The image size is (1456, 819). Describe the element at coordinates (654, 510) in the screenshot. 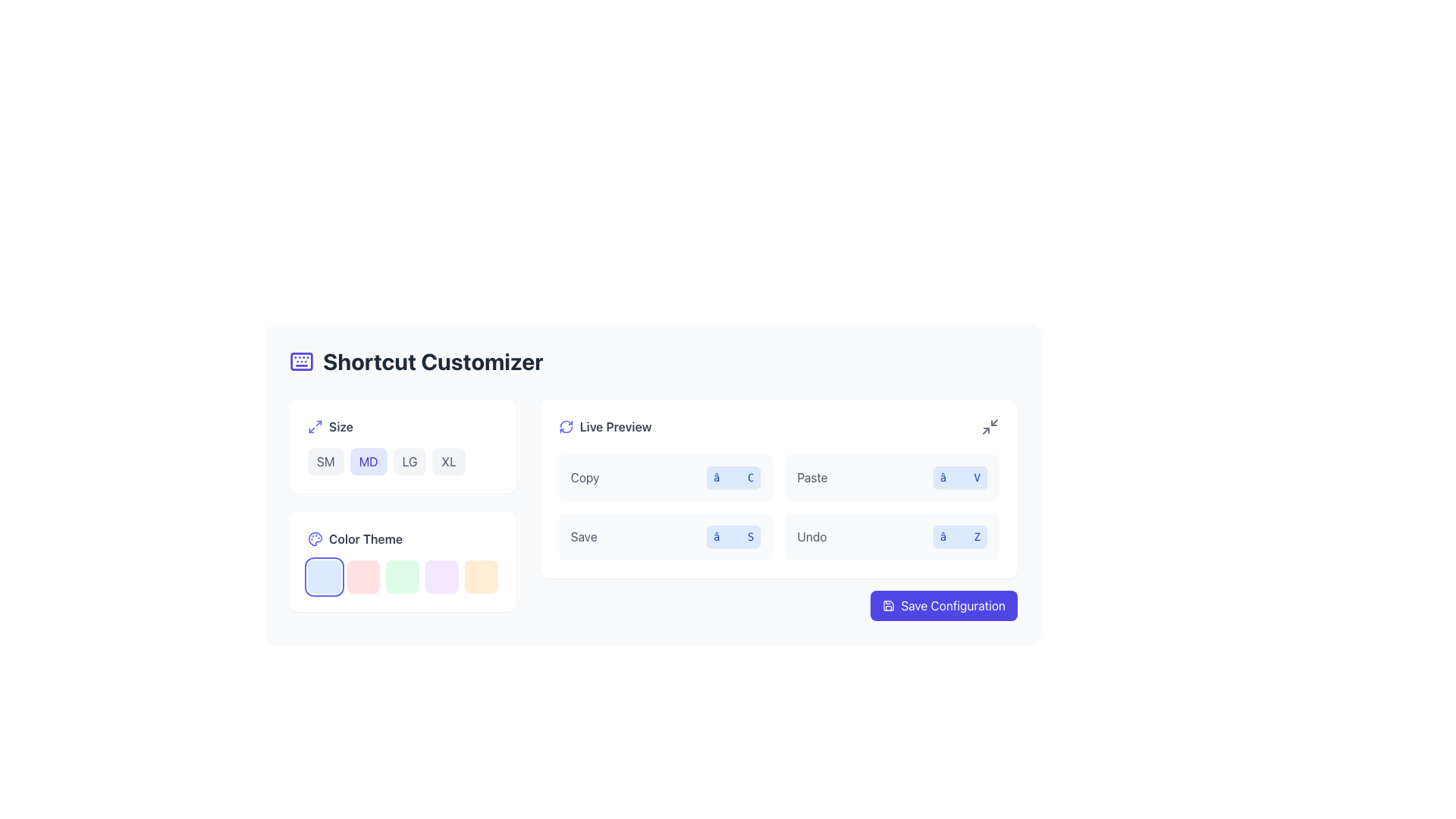

I see `the grid of interactive buttons for 'Copy', 'Paste', 'Save', and 'Undo' actions located in the 'Live Preview' section of the 'Shortcut Customizer' widget` at that location.